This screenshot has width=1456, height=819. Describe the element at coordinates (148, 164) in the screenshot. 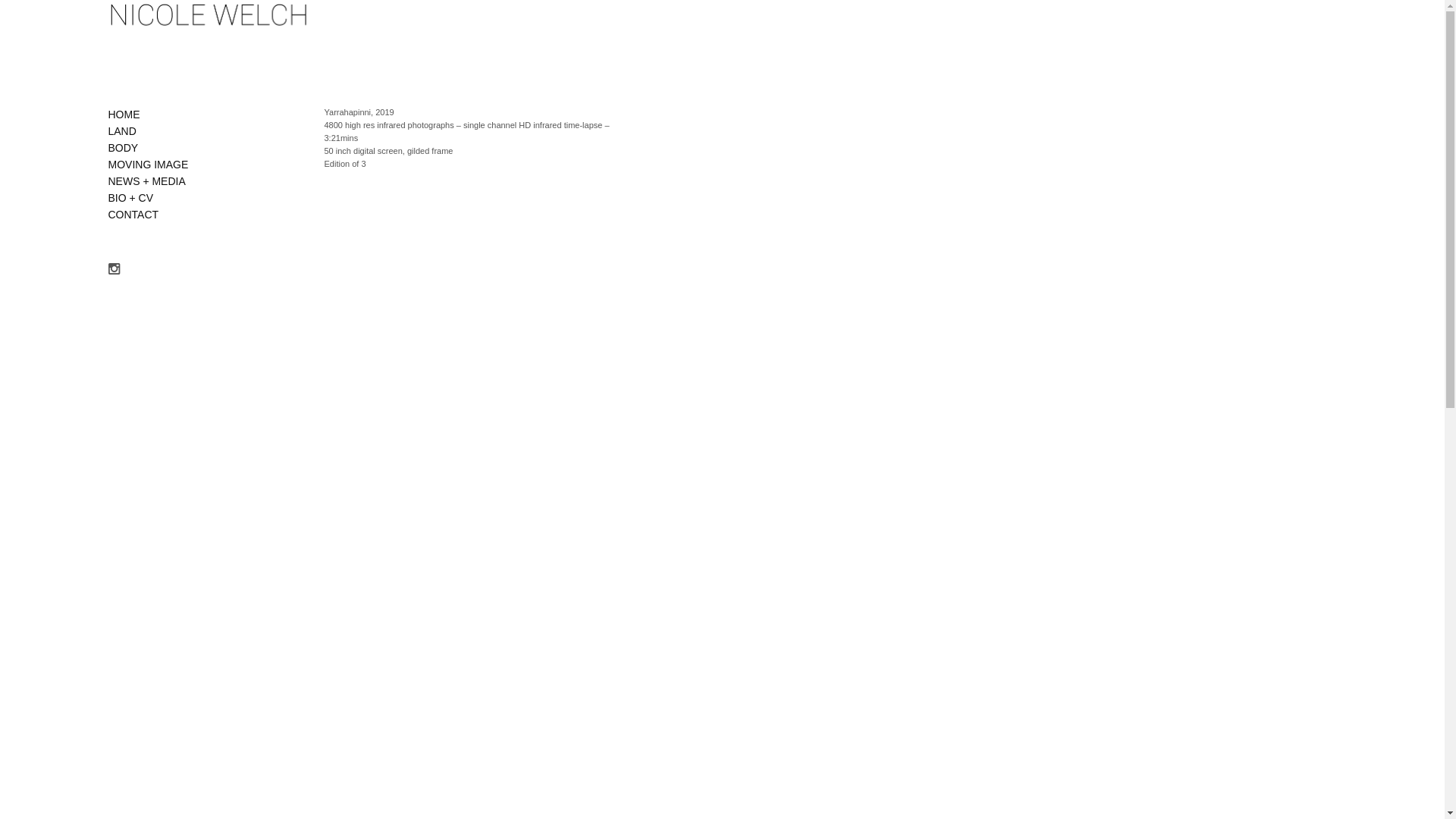

I see `'MOVING IMAGE'` at that location.